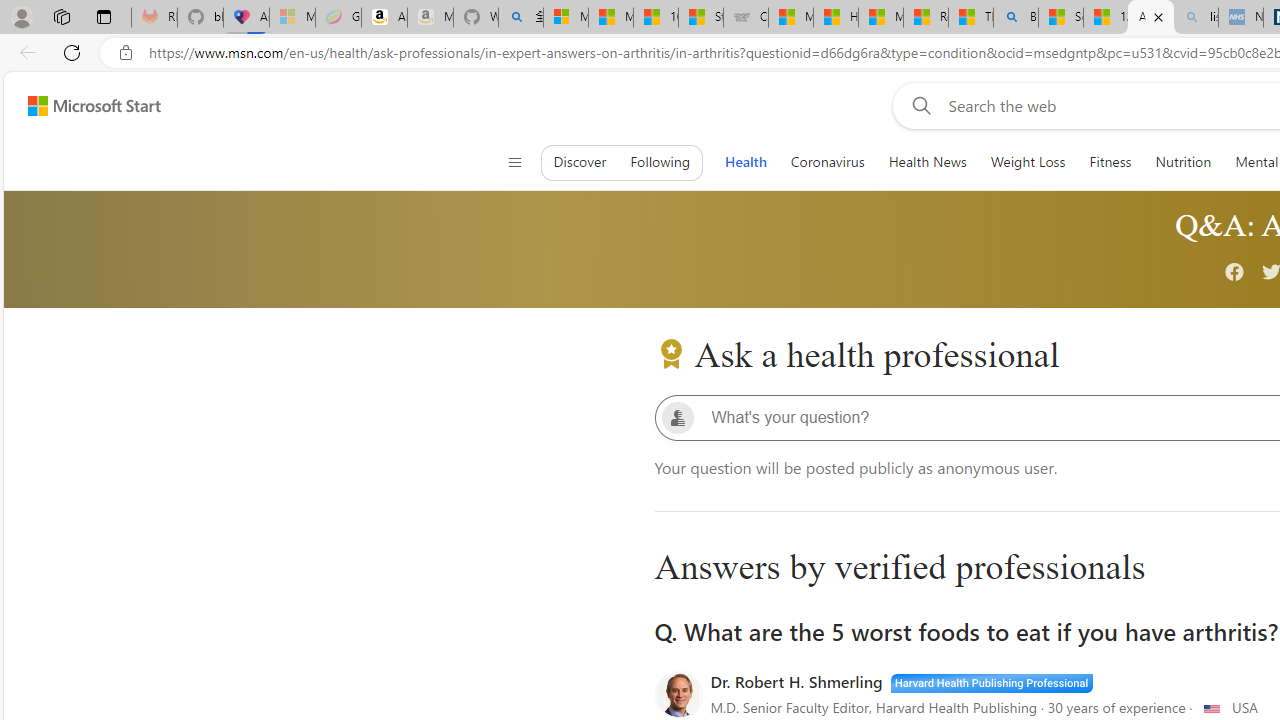 This screenshot has height=720, width=1280. Describe the element at coordinates (744, 161) in the screenshot. I see `'Health'` at that location.